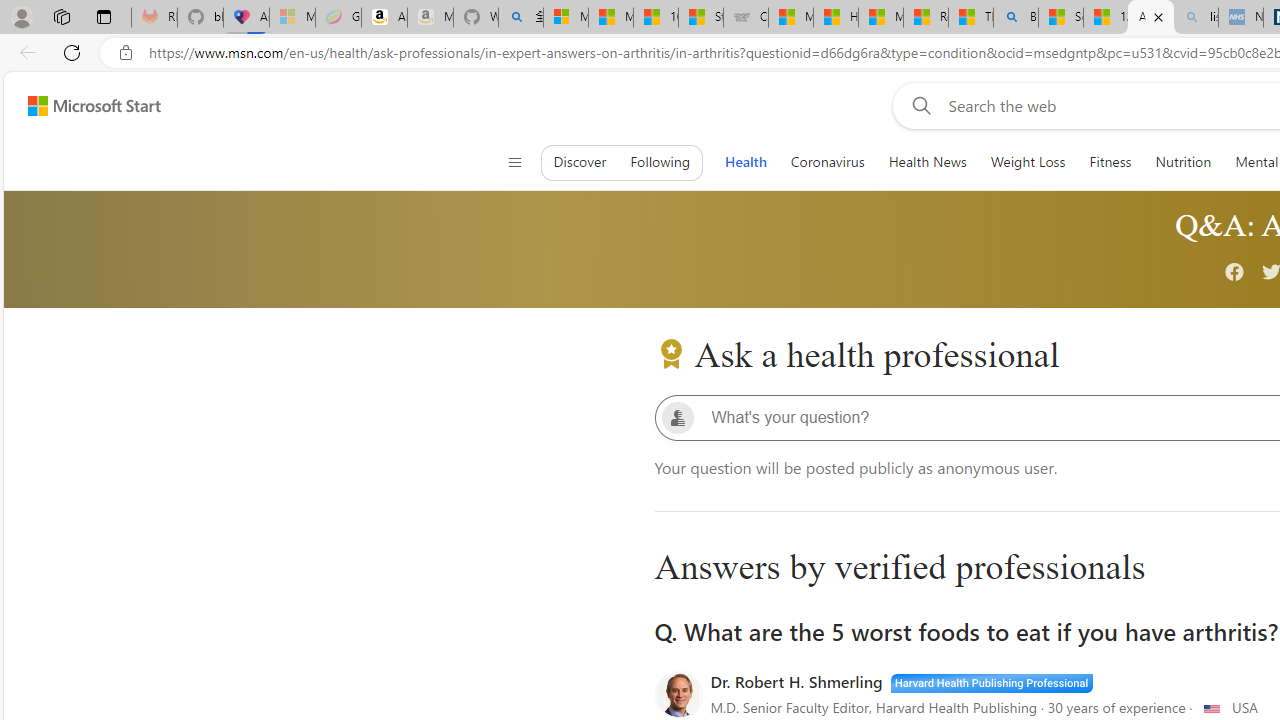 This screenshot has height=720, width=1280. Describe the element at coordinates (744, 161) in the screenshot. I see `'Health'` at that location.